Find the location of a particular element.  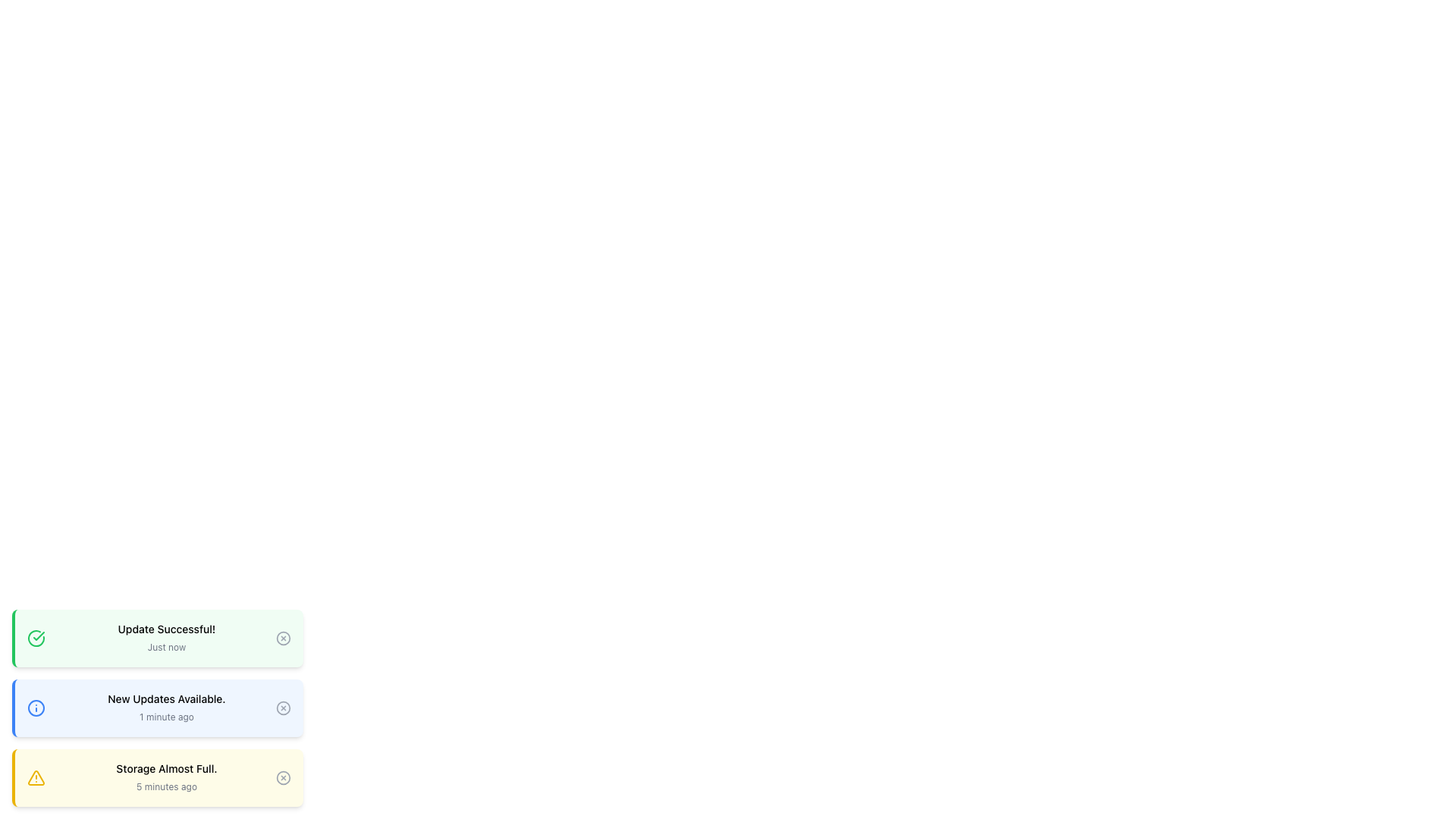

the text element displaying 'New Updates Available.' and '1 minute ago' within the second notification card, which is styled with a blue background is located at coordinates (167, 708).